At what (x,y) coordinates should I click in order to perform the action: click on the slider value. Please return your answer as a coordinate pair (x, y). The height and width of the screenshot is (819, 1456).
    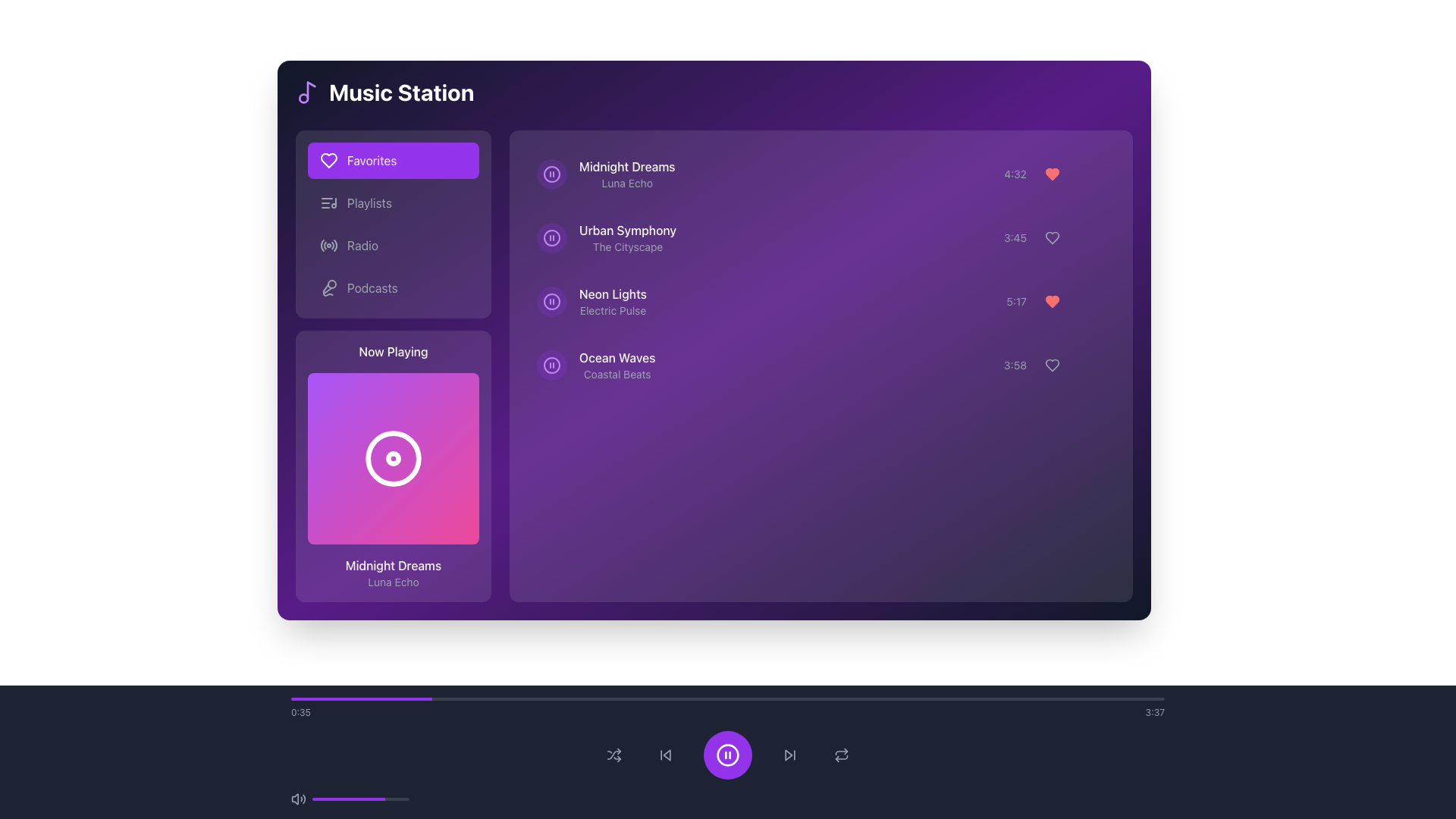
    Looking at the image, I should click on (408, 798).